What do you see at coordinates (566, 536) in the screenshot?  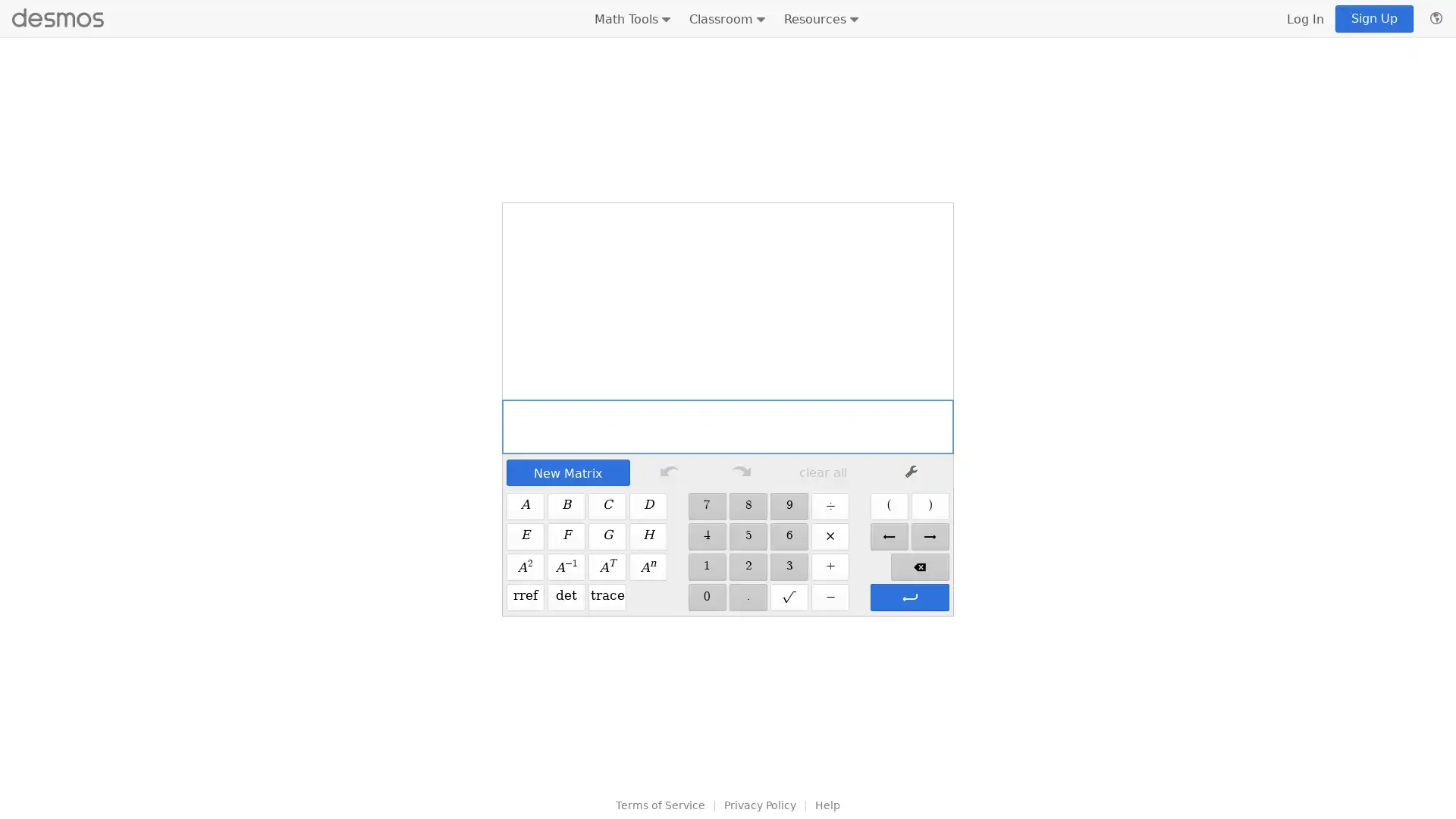 I see `F` at bounding box center [566, 536].